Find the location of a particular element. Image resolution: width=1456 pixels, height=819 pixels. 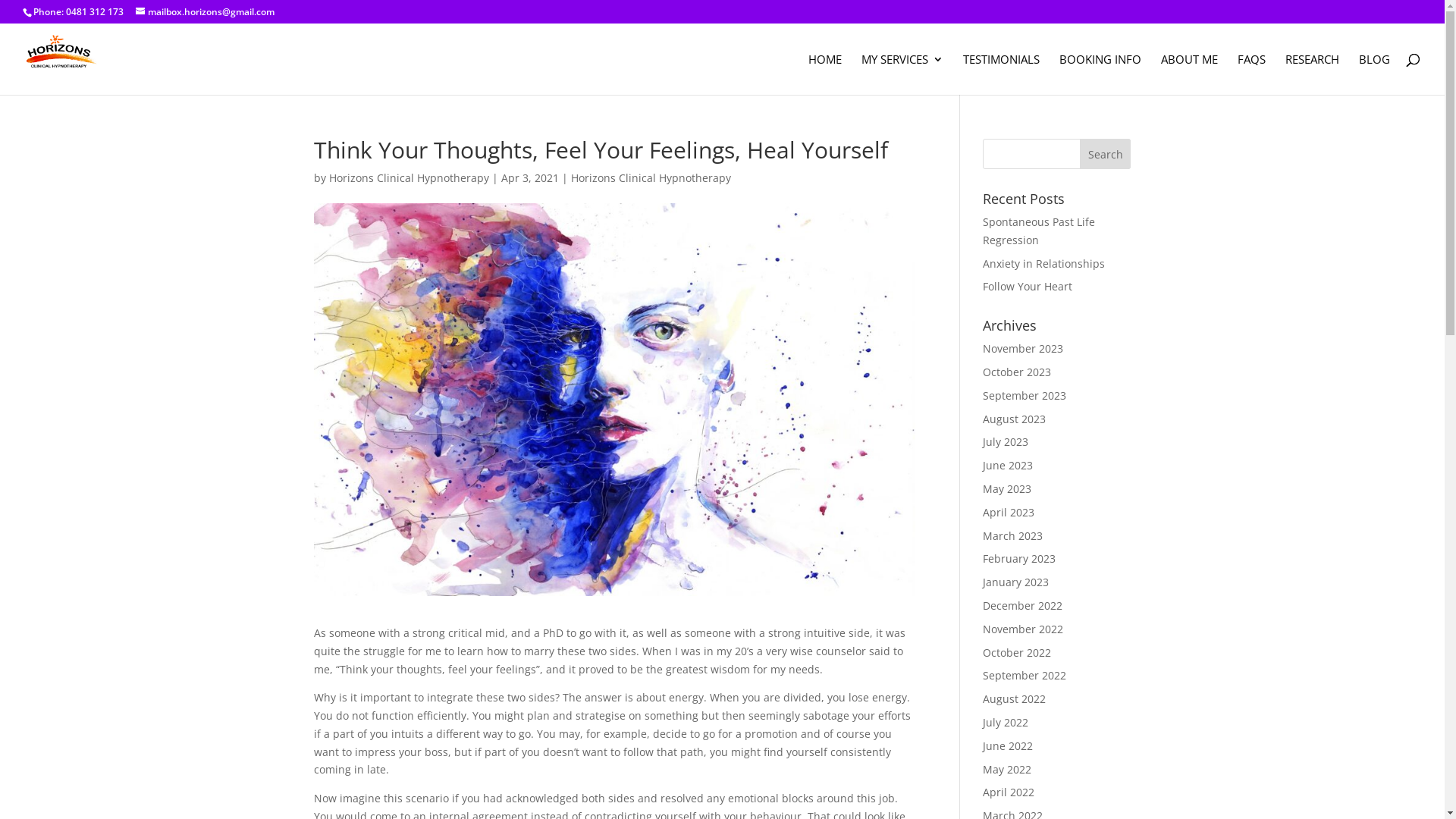

'May 2022' is located at coordinates (1007, 769).